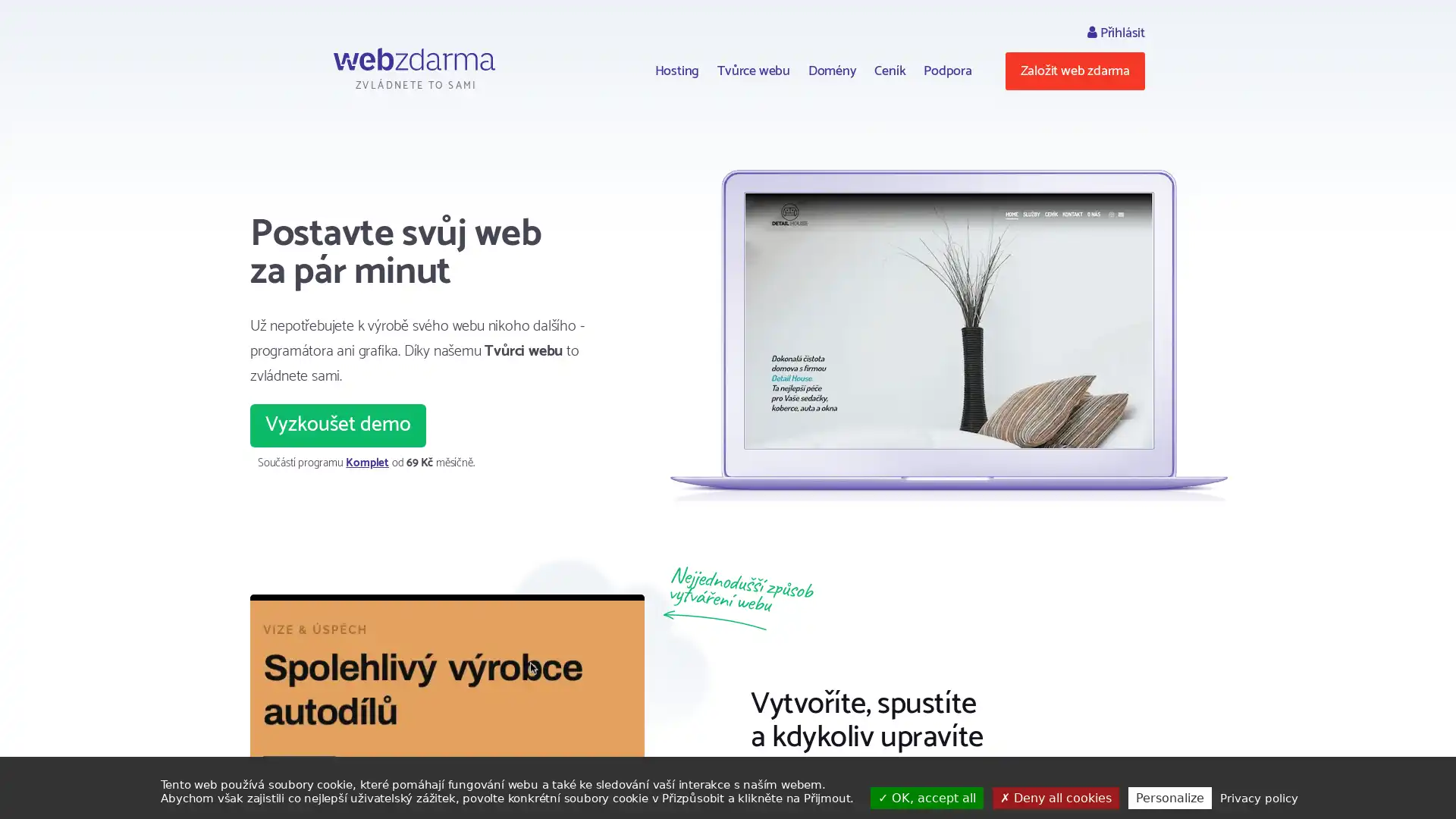 This screenshot has width=1456, height=819. What do you see at coordinates (926, 797) in the screenshot?
I see `OK, accept all` at bounding box center [926, 797].